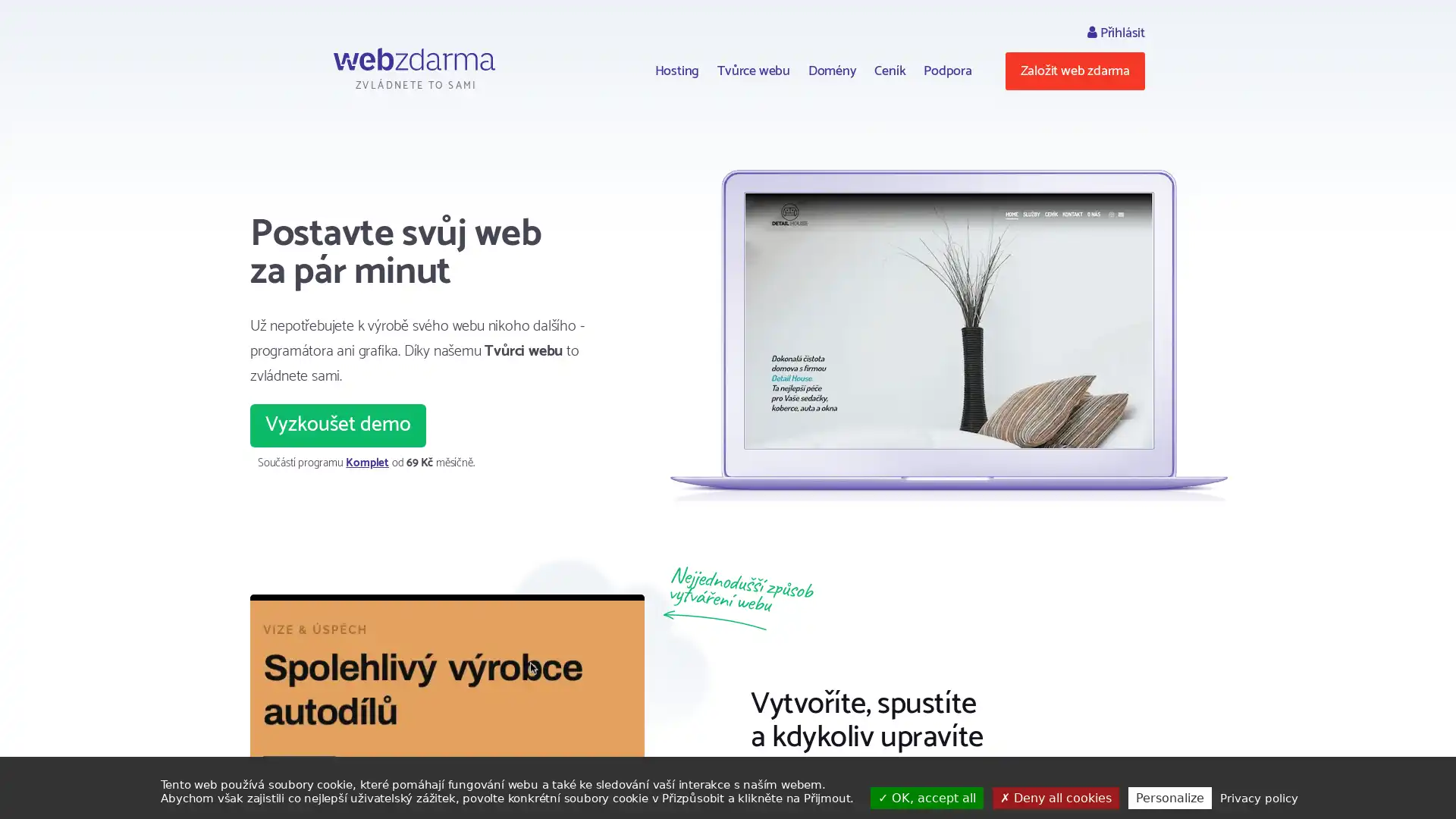 This screenshot has width=1456, height=819. What do you see at coordinates (926, 797) in the screenshot?
I see `OK, accept all` at bounding box center [926, 797].